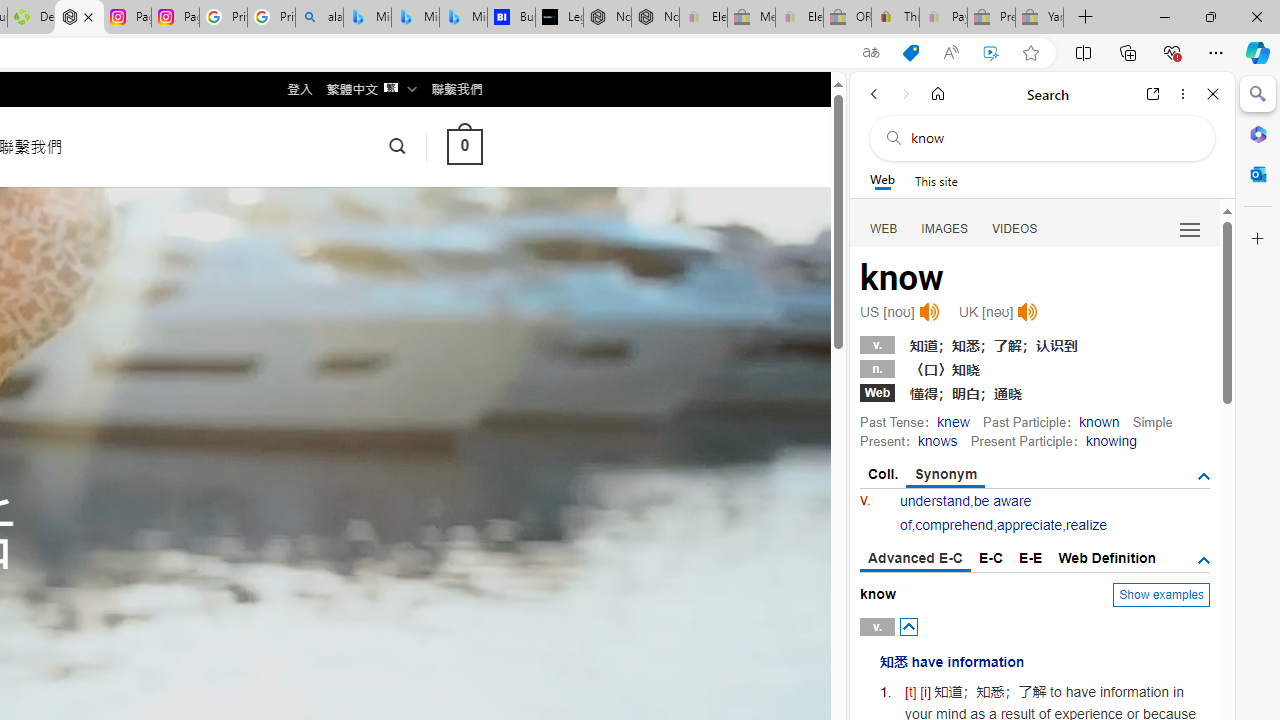 The height and width of the screenshot is (720, 1280). What do you see at coordinates (934, 500) in the screenshot?
I see `'understand'` at bounding box center [934, 500].